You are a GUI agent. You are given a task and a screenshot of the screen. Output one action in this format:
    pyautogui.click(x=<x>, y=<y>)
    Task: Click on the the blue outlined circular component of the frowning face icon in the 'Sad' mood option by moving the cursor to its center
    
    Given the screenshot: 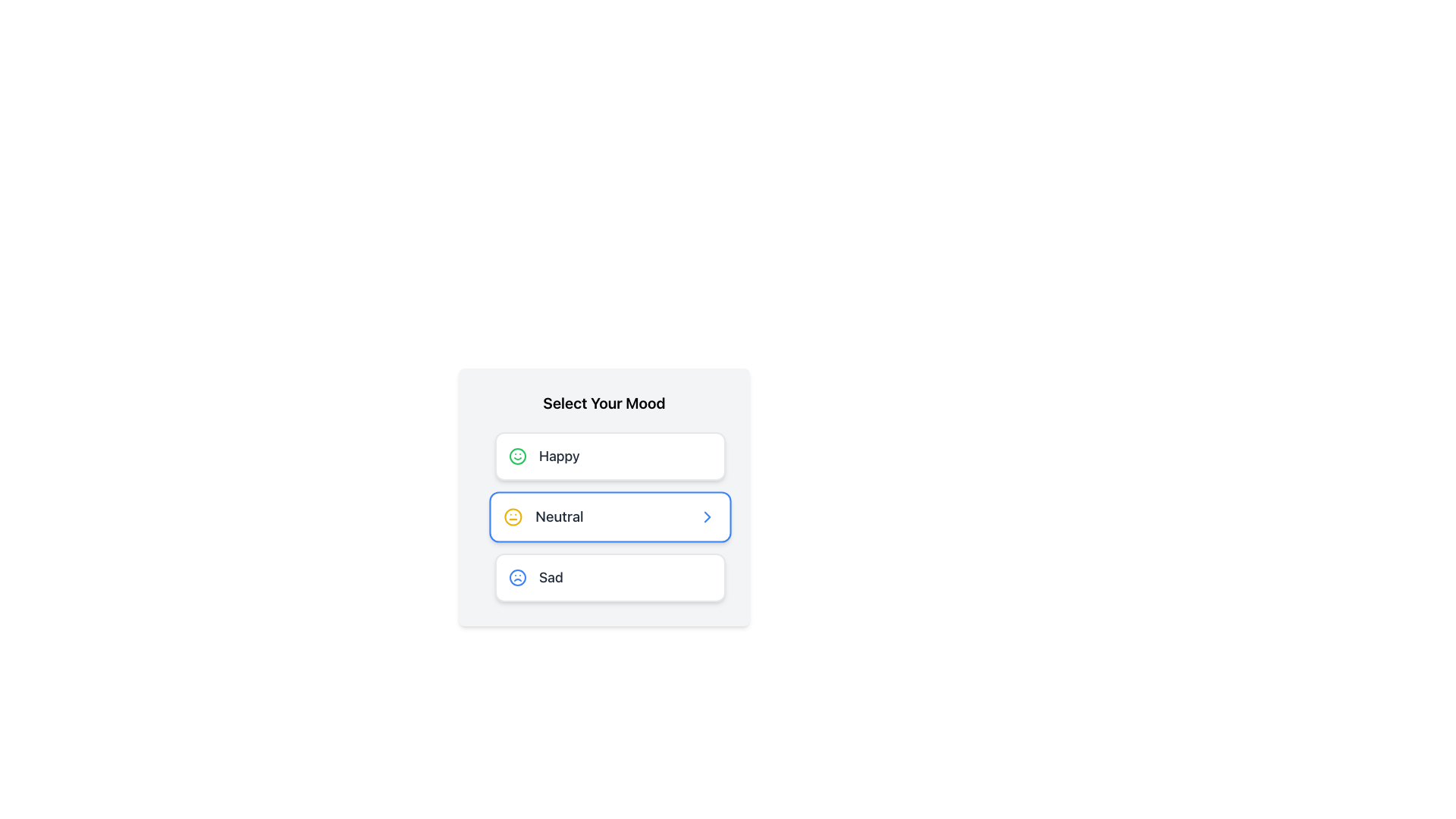 What is the action you would take?
    pyautogui.click(x=517, y=578)
    